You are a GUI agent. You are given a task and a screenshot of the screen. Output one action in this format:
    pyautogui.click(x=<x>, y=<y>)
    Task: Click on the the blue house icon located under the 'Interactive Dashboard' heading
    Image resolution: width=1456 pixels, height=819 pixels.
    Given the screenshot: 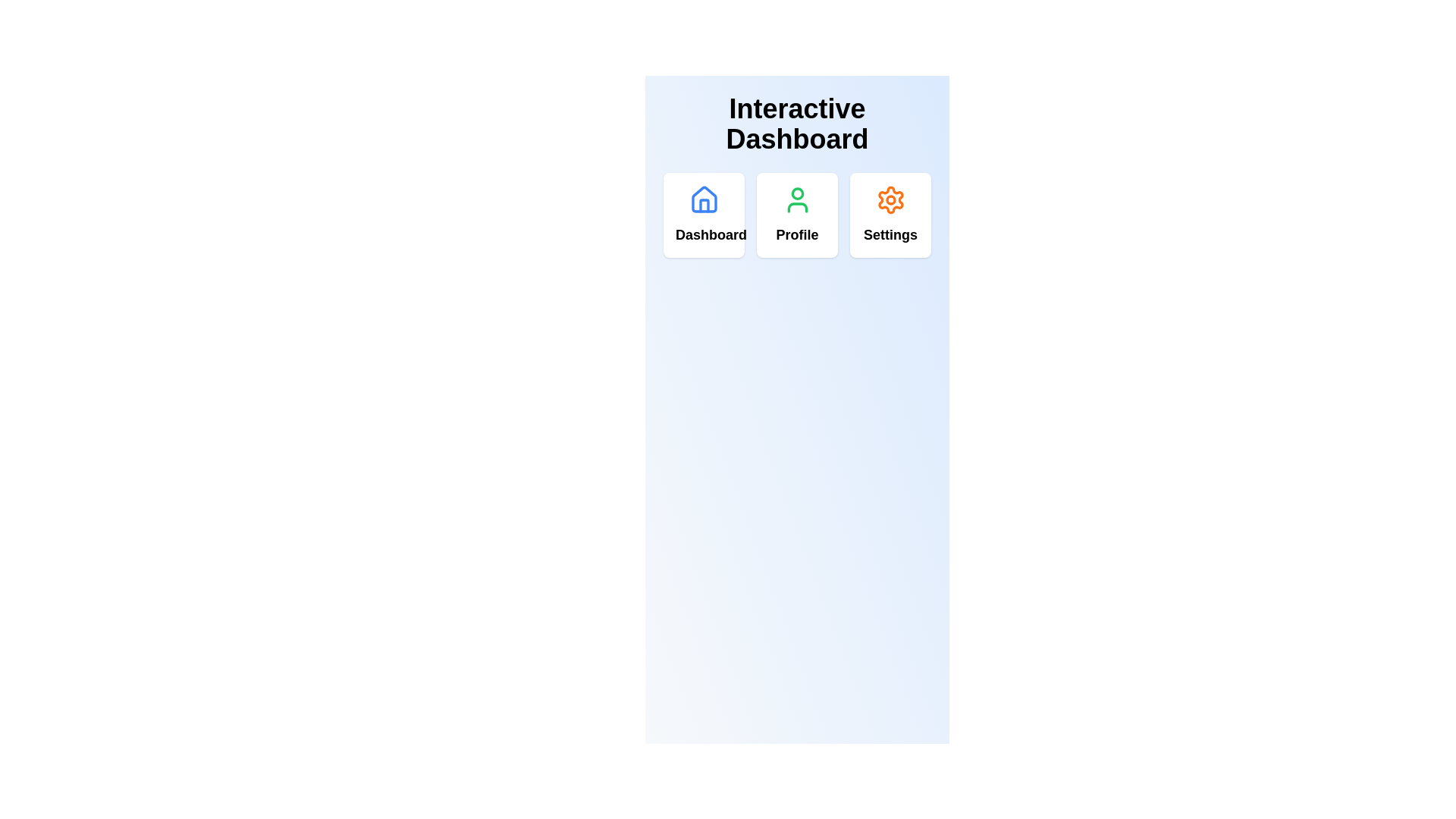 What is the action you would take?
    pyautogui.click(x=703, y=199)
    